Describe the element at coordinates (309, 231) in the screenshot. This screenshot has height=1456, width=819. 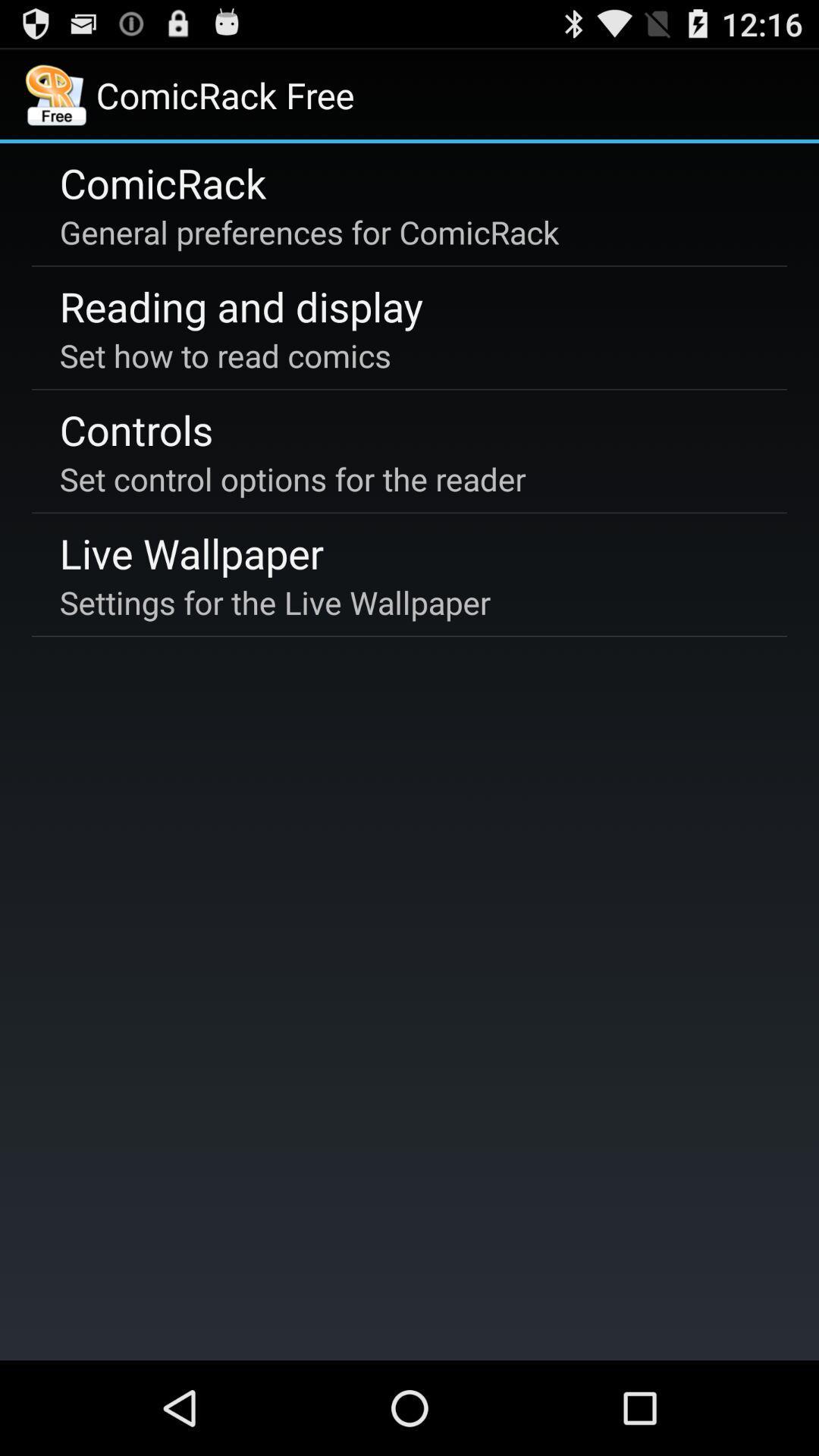
I see `app above the reading and display app` at that location.